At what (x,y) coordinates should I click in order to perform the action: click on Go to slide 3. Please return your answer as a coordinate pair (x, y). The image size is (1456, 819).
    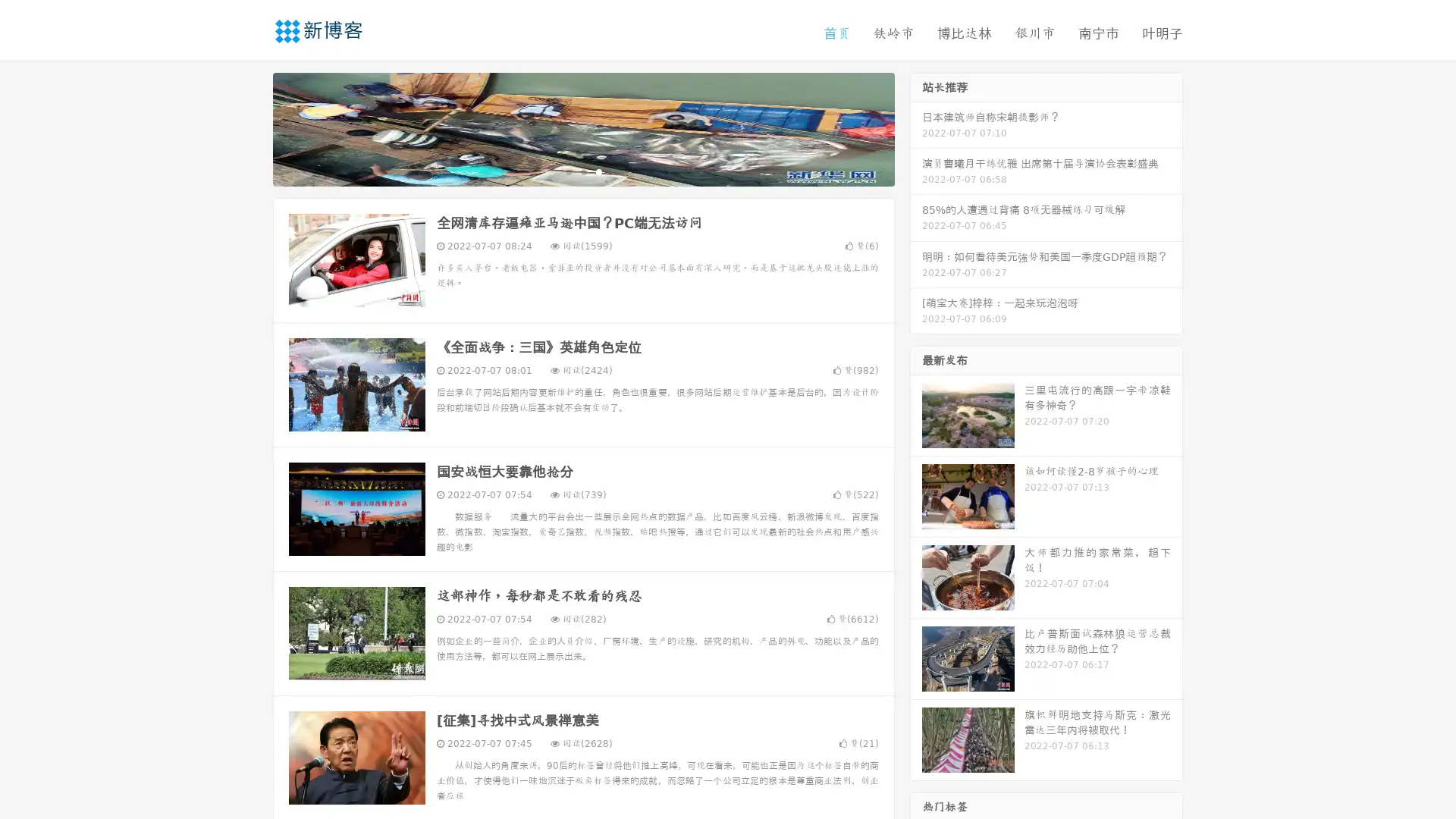
    Looking at the image, I should click on (598, 171).